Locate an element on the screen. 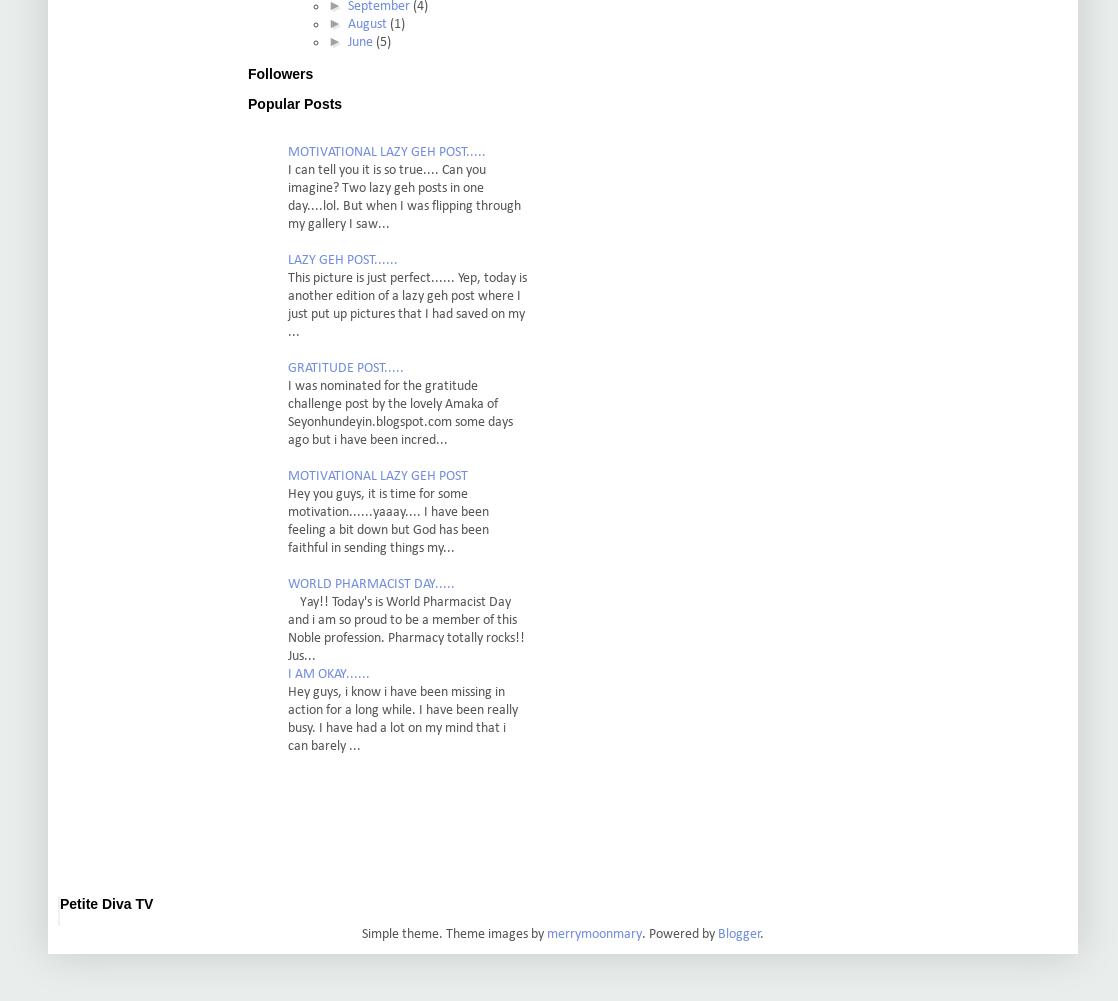 Image resolution: width=1118 pixels, height=1001 pixels. 'Popular Posts' is located at coordinates (247, 103).